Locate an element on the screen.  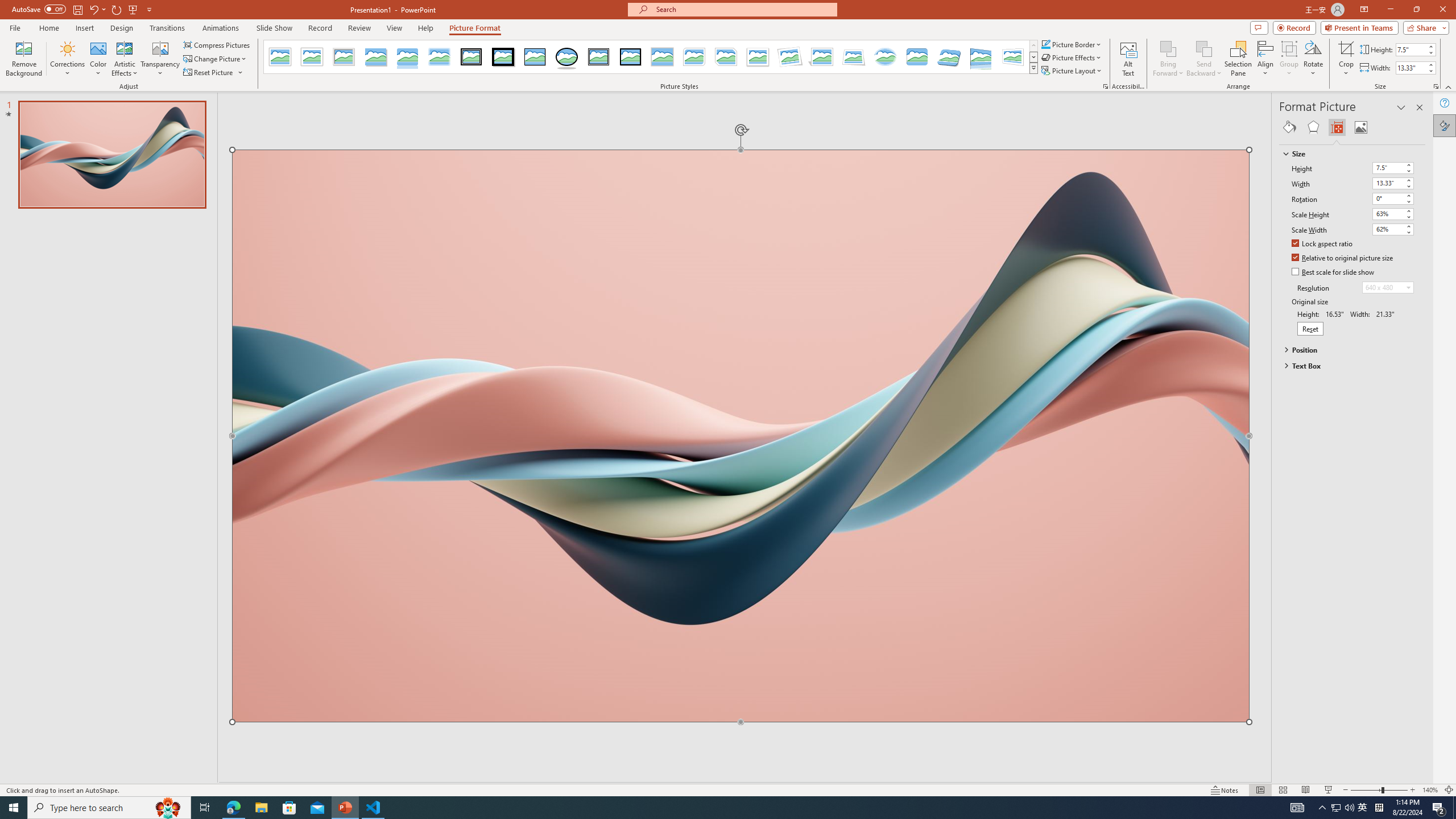
'Scale Width' is located at coordinates (1393, 229).